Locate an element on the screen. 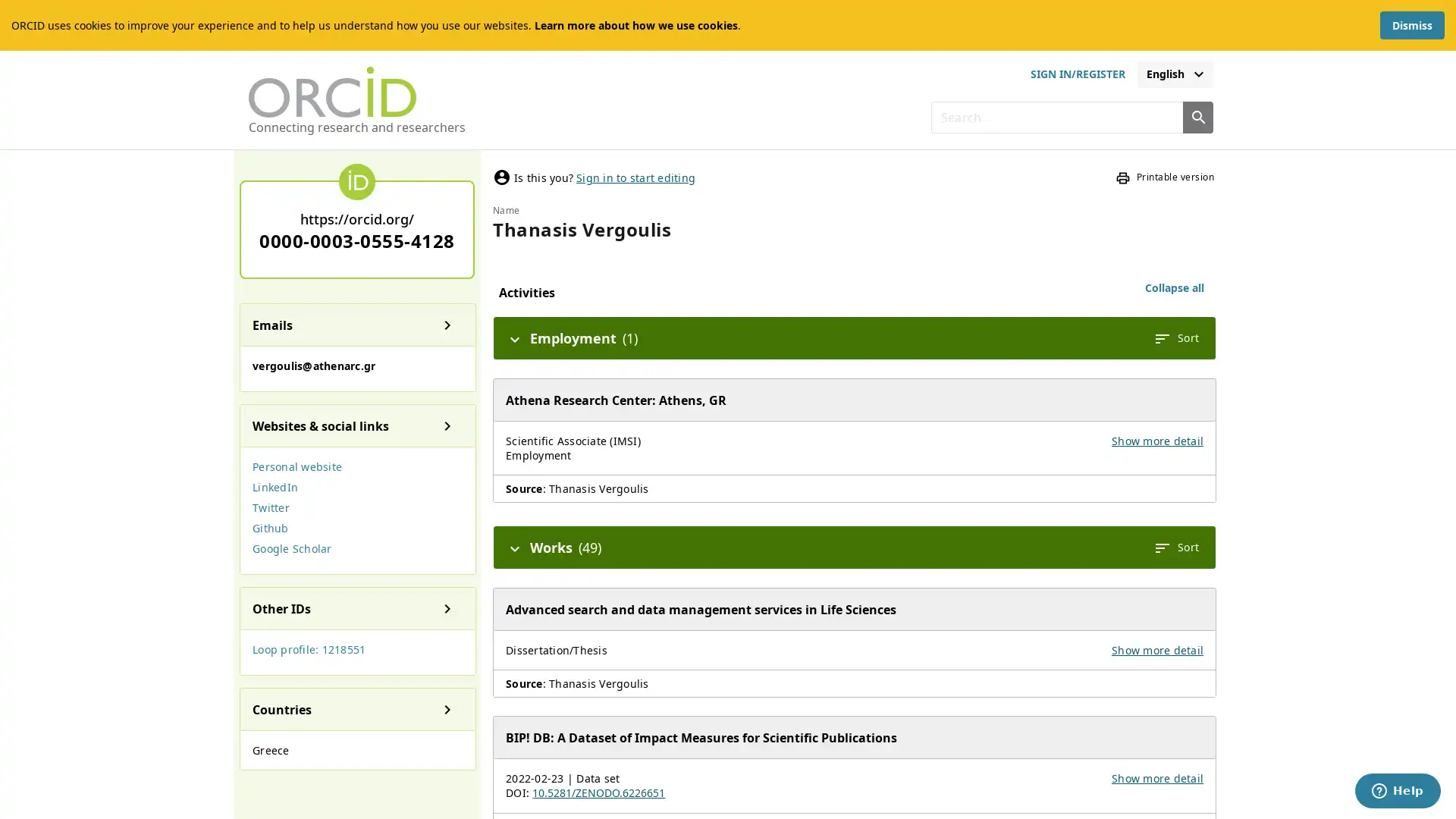 The width and height of the screenshot is (1456, 819). Dismiss is located at coordinates (1411, 25).